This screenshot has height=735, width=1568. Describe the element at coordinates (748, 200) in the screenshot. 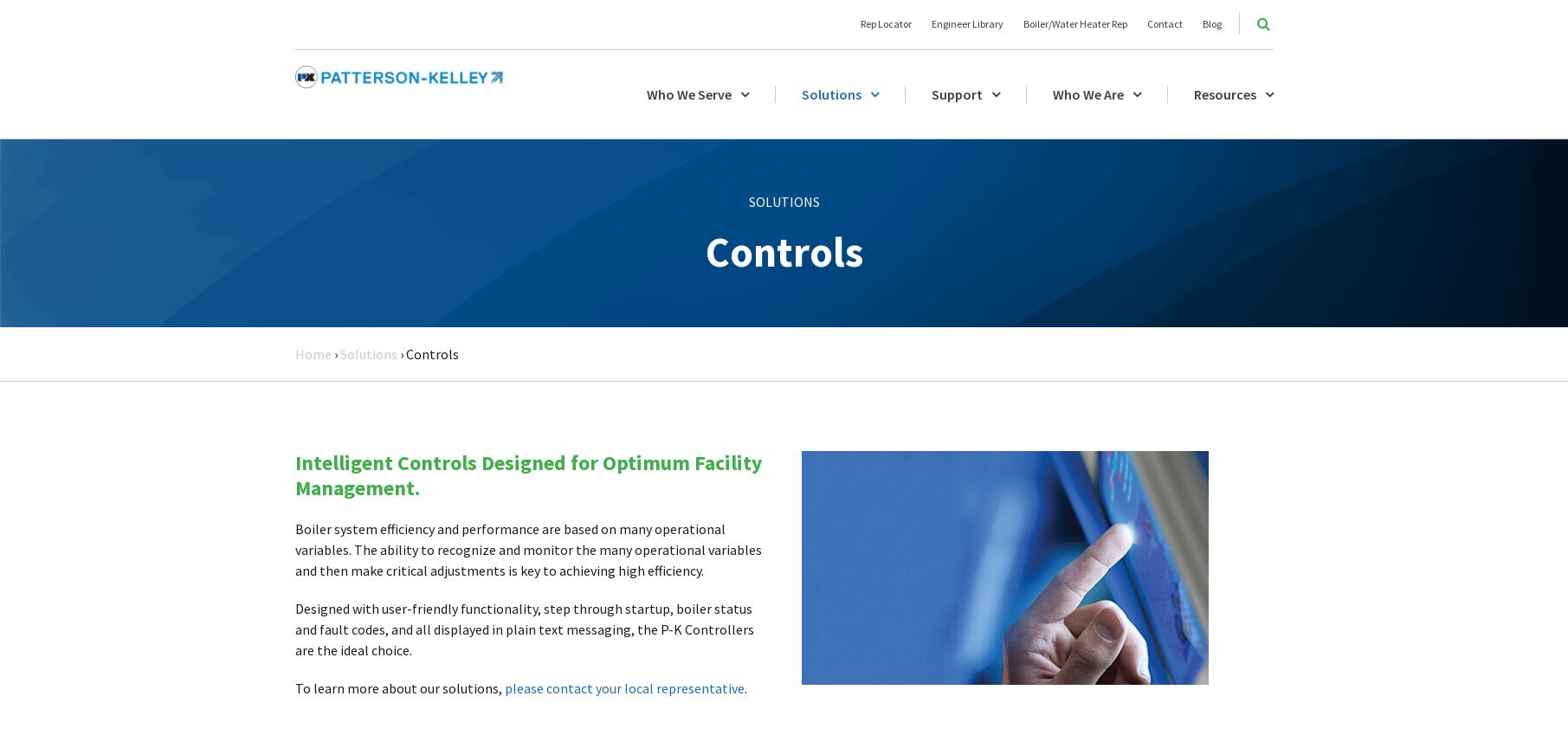

I see `'SOLUTIONS'` at that location.